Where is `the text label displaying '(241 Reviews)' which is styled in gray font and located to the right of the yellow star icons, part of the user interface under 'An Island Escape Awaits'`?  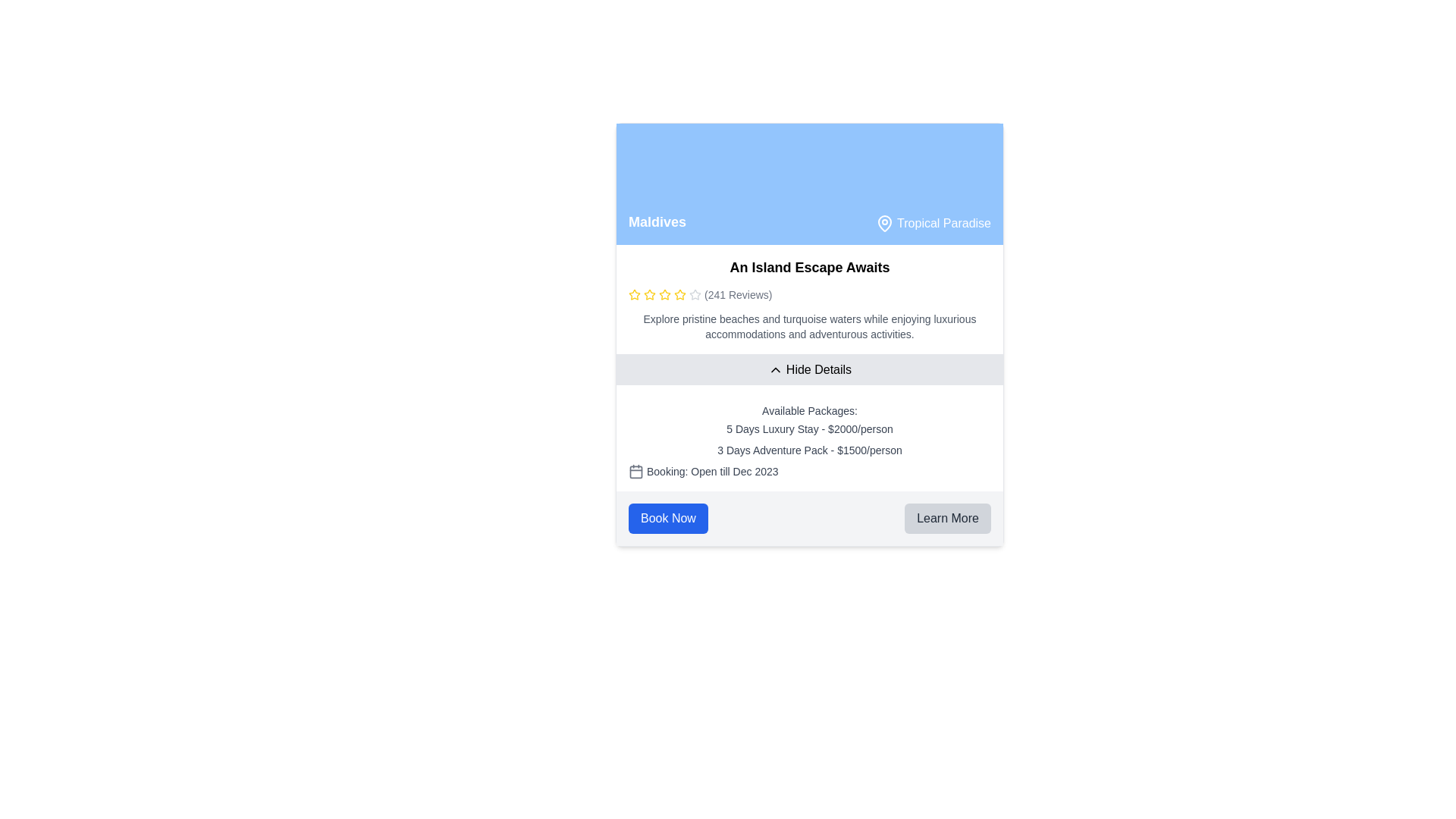
the text label displaying '(241 Reviews)' which is styled in gray font and located to the right of the yellow star icons, part of the user interface under 'An Island Escape Awaits' is located at coordinates (738, 295).